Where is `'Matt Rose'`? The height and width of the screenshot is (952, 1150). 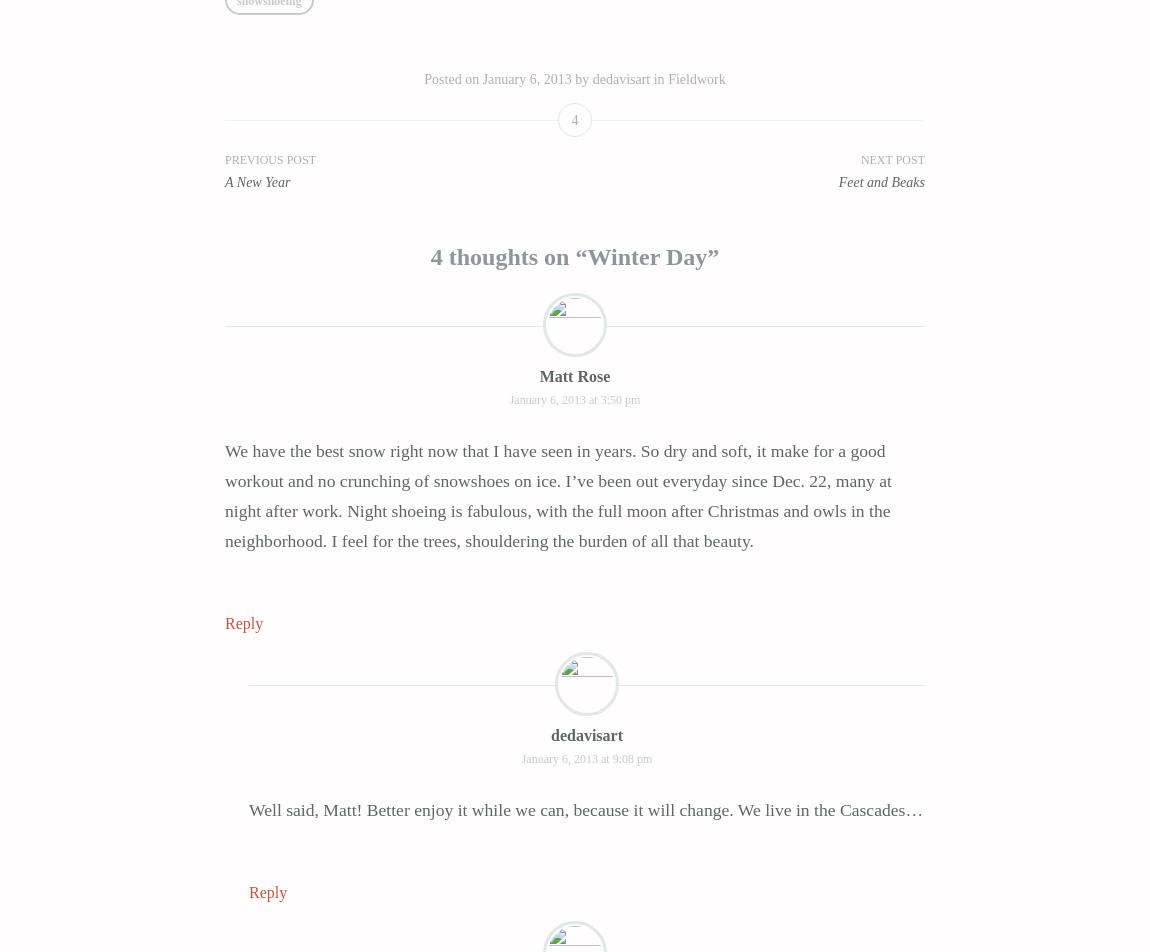
'Matt Rose' is located at coordinates (574, 375).